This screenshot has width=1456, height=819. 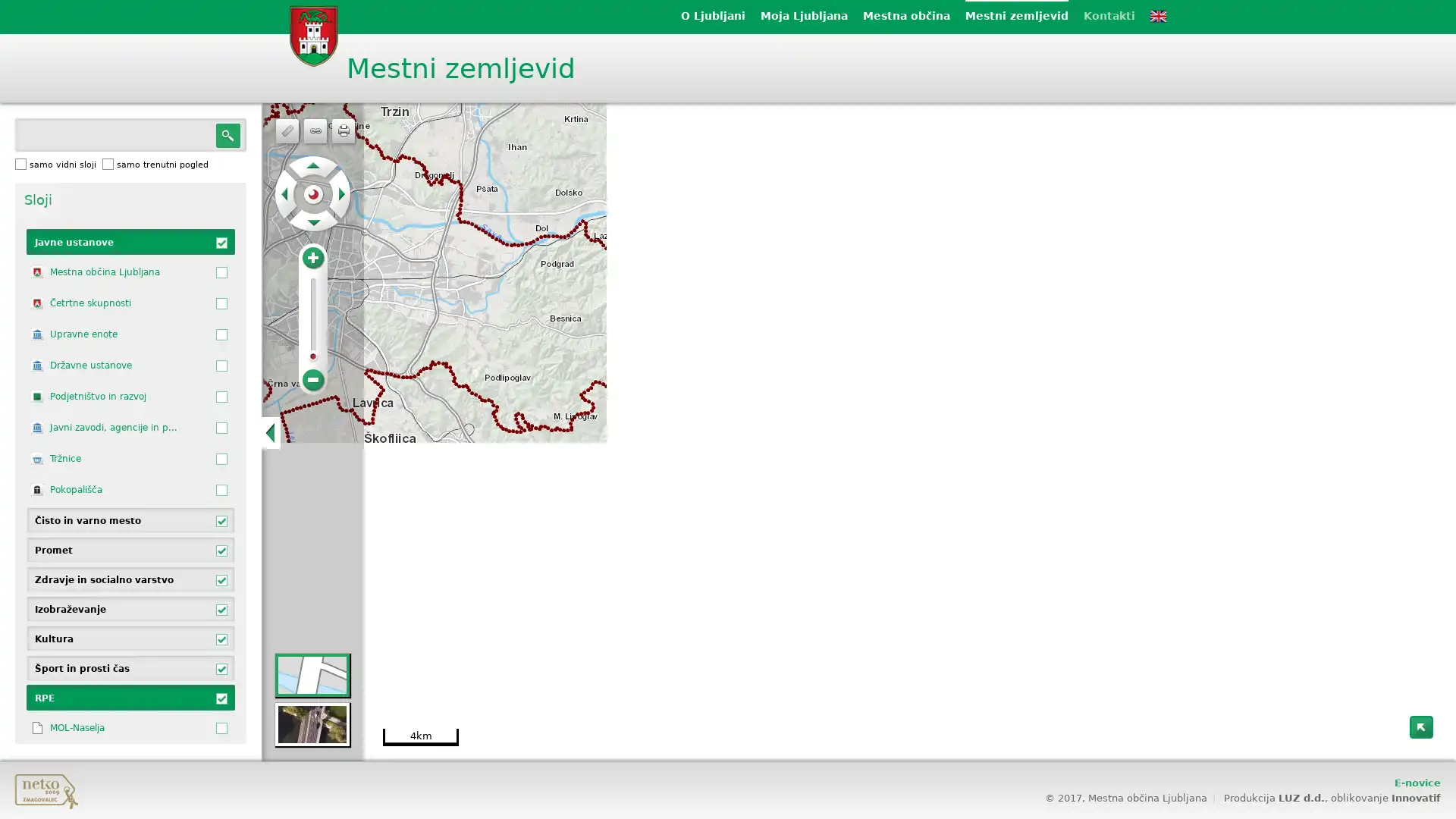 What do you see at coordinates (315, 130) in the screenshot?
I see `Povezava` at bounding box center [315, 130].